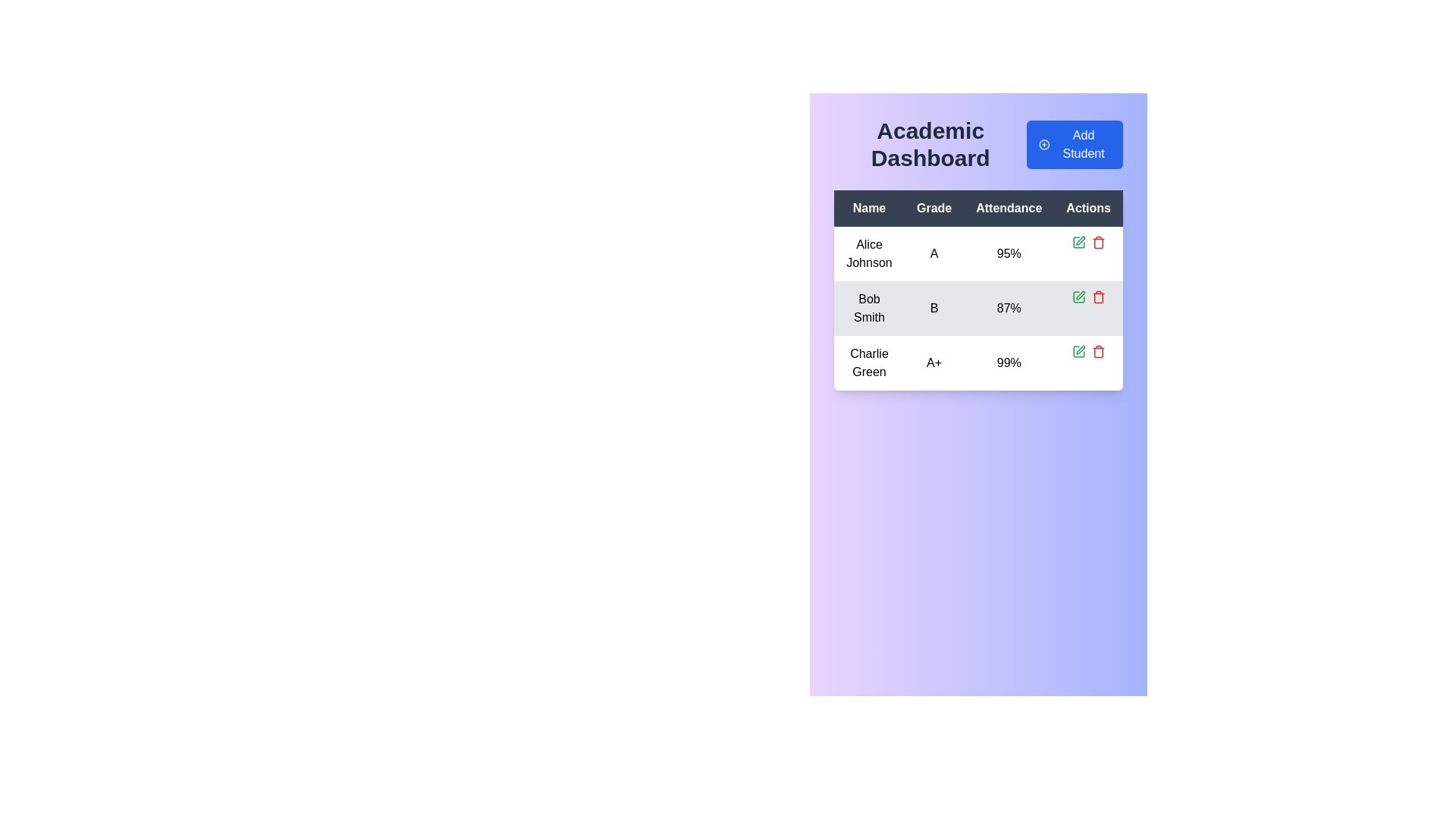  What do you see at coordinates (978, 208) in the screenshot?
I see `the Table Header Row which contains the labels 'Name', 'Grade', 'Attendance', and 'Actions'` at bounding box center [978, 208].